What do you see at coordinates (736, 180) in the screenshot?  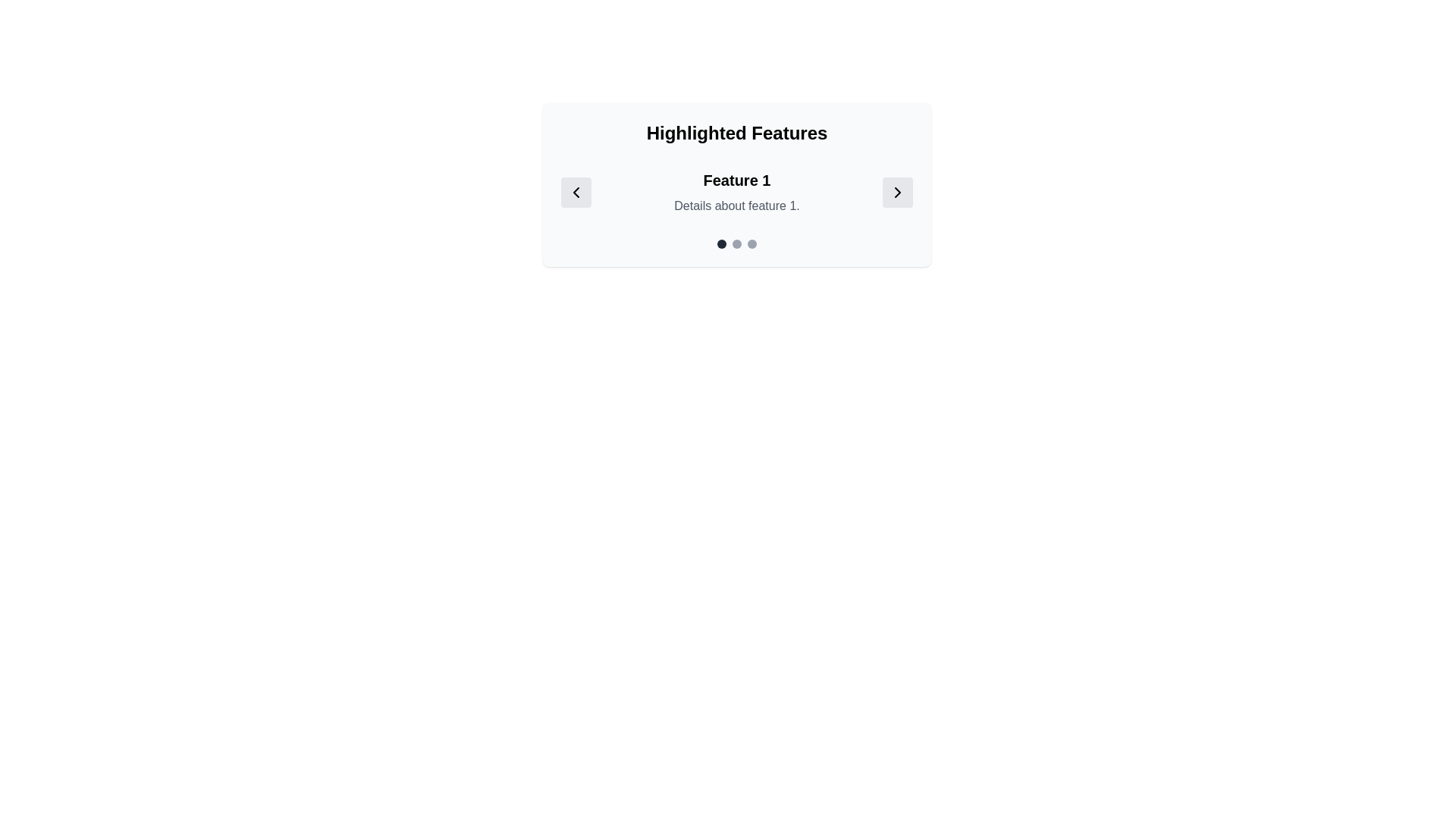 I see `the Header text element that serves as a title for the corresponding feature, positioned below 'Highlighted Features' and above 'Details about feature 1.'` at bounding box center [736, 180].